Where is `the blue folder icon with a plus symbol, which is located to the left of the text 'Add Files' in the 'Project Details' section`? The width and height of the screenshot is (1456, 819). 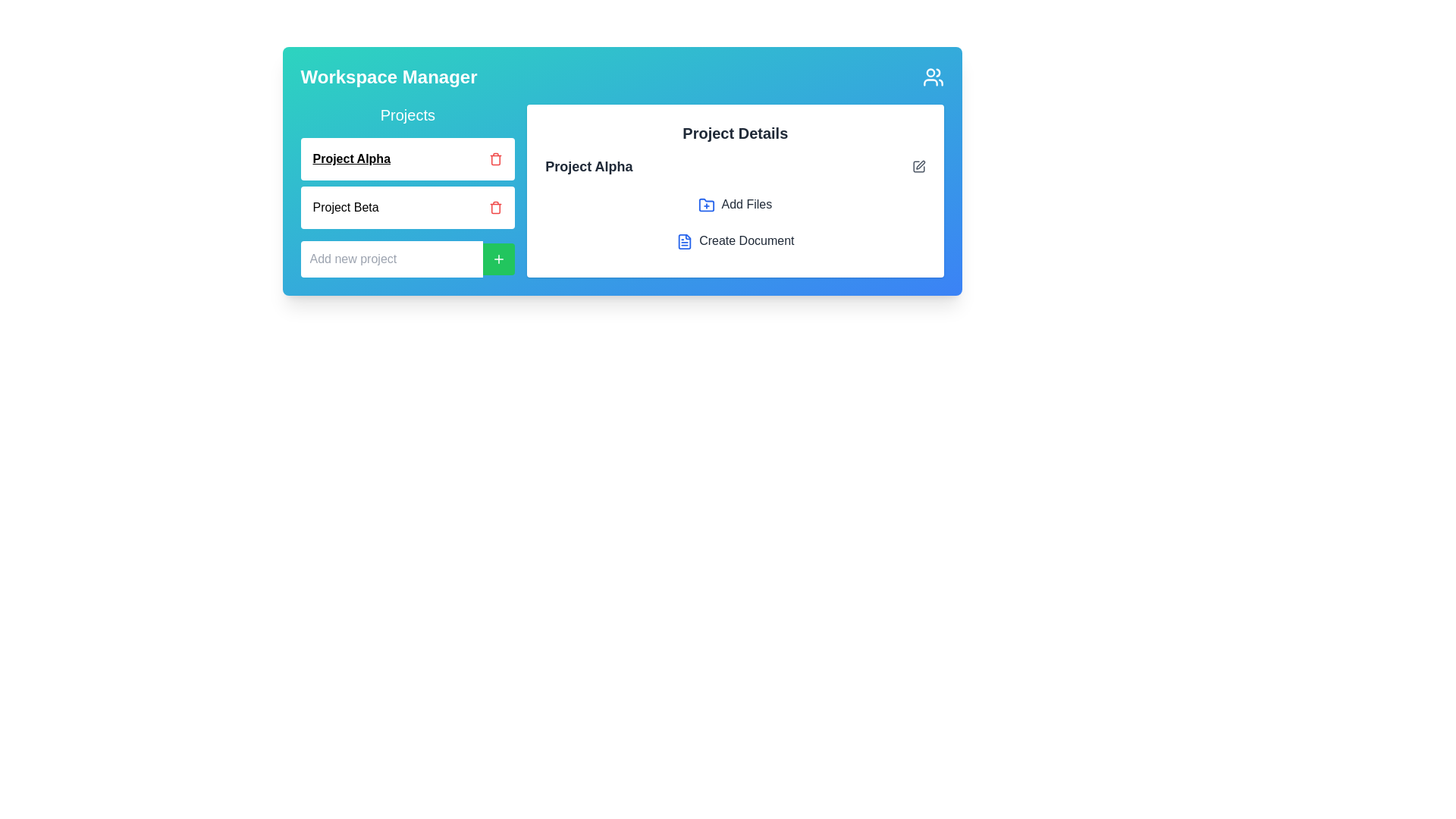 the blue folder icon with a plus symbol, which is located to the left of the text 'Add Files' in the 'Project Details' section is located at coordinates (706, 205).